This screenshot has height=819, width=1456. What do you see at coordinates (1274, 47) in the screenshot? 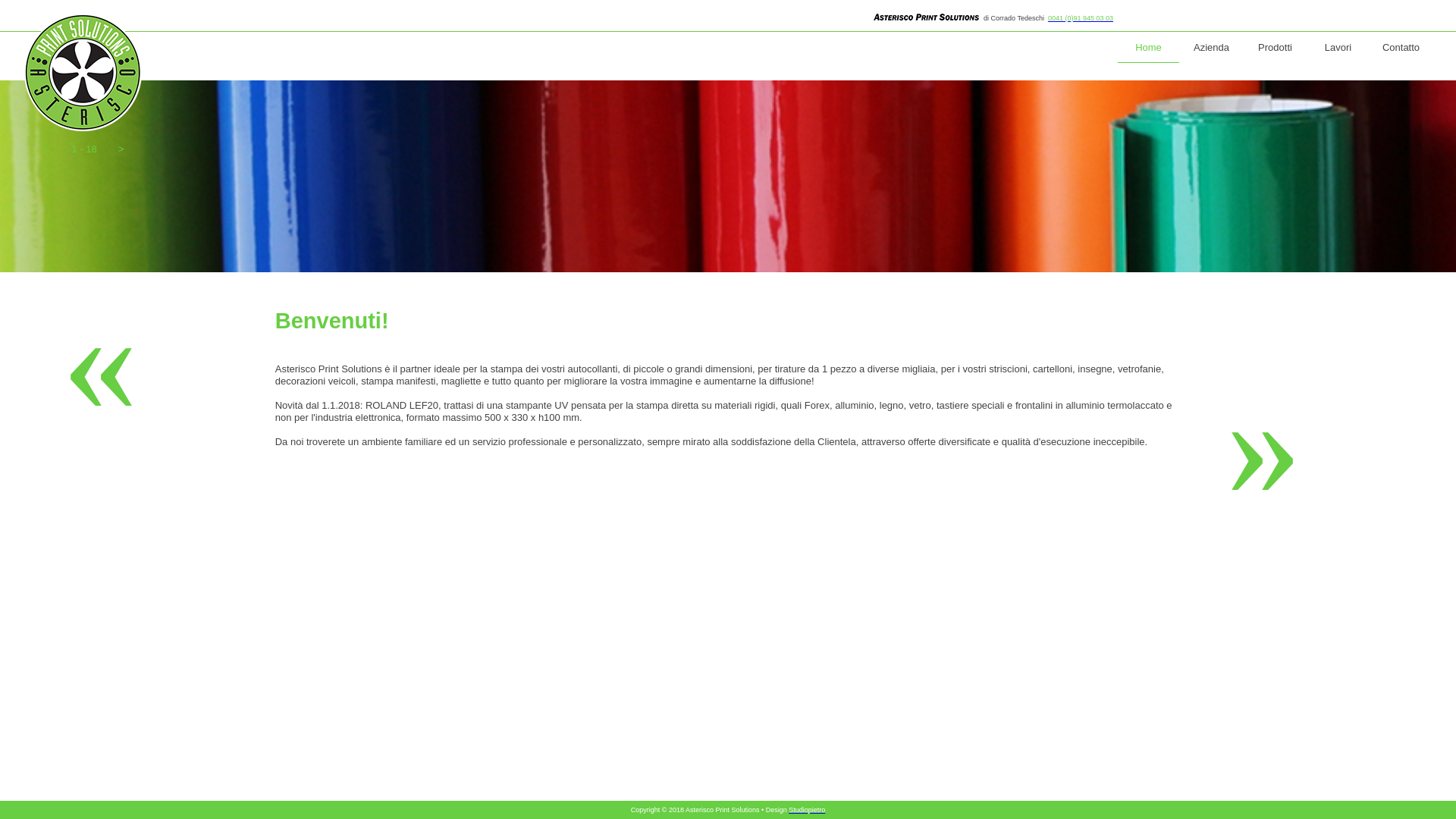
I see `'Prodotti'` at bounding box center [1274, 47].